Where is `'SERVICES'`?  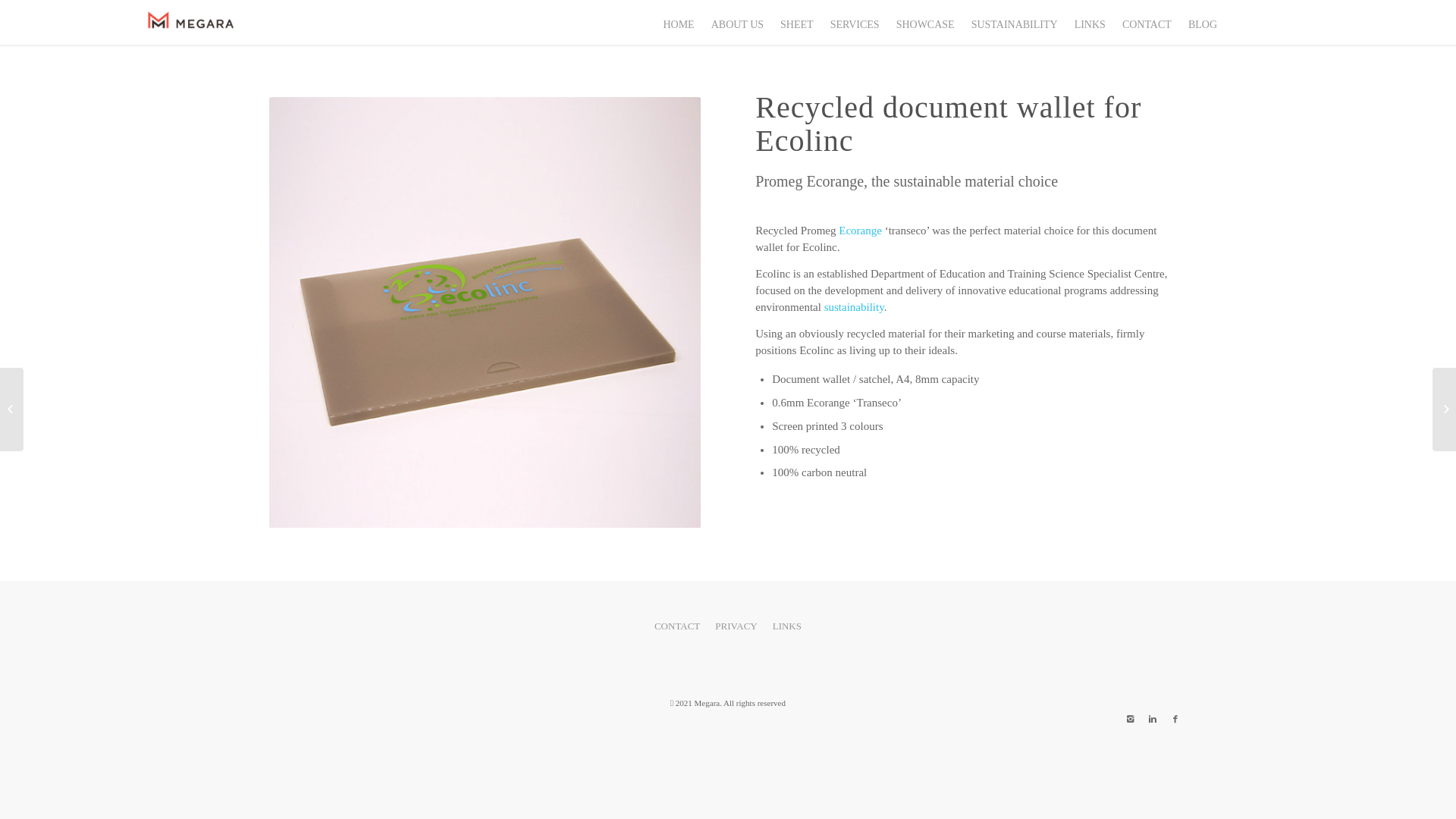 'SERVICES' is located at coordinates (854, 22).